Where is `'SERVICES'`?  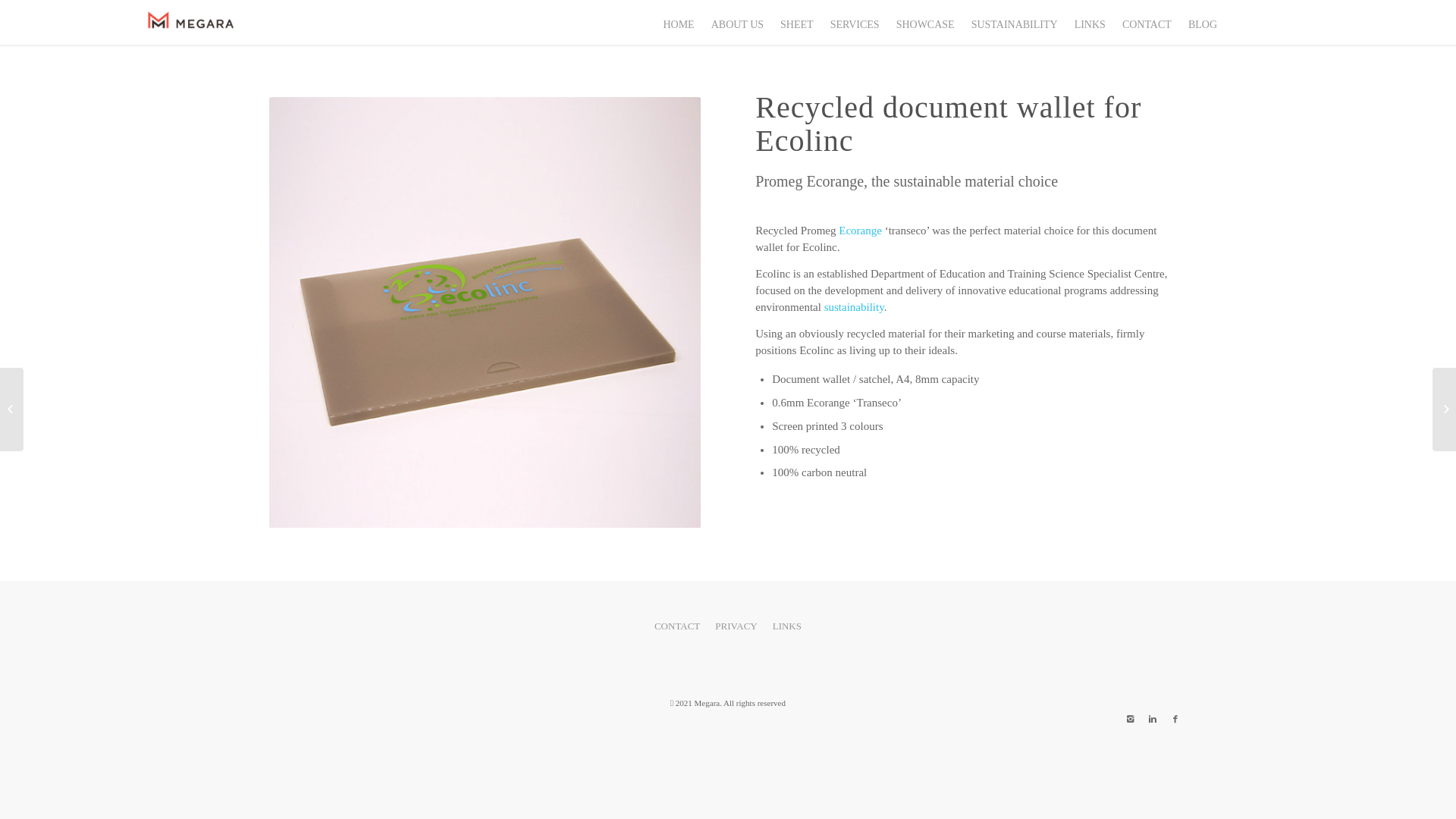 'SERVICES' is located at coordinates (854, 22).